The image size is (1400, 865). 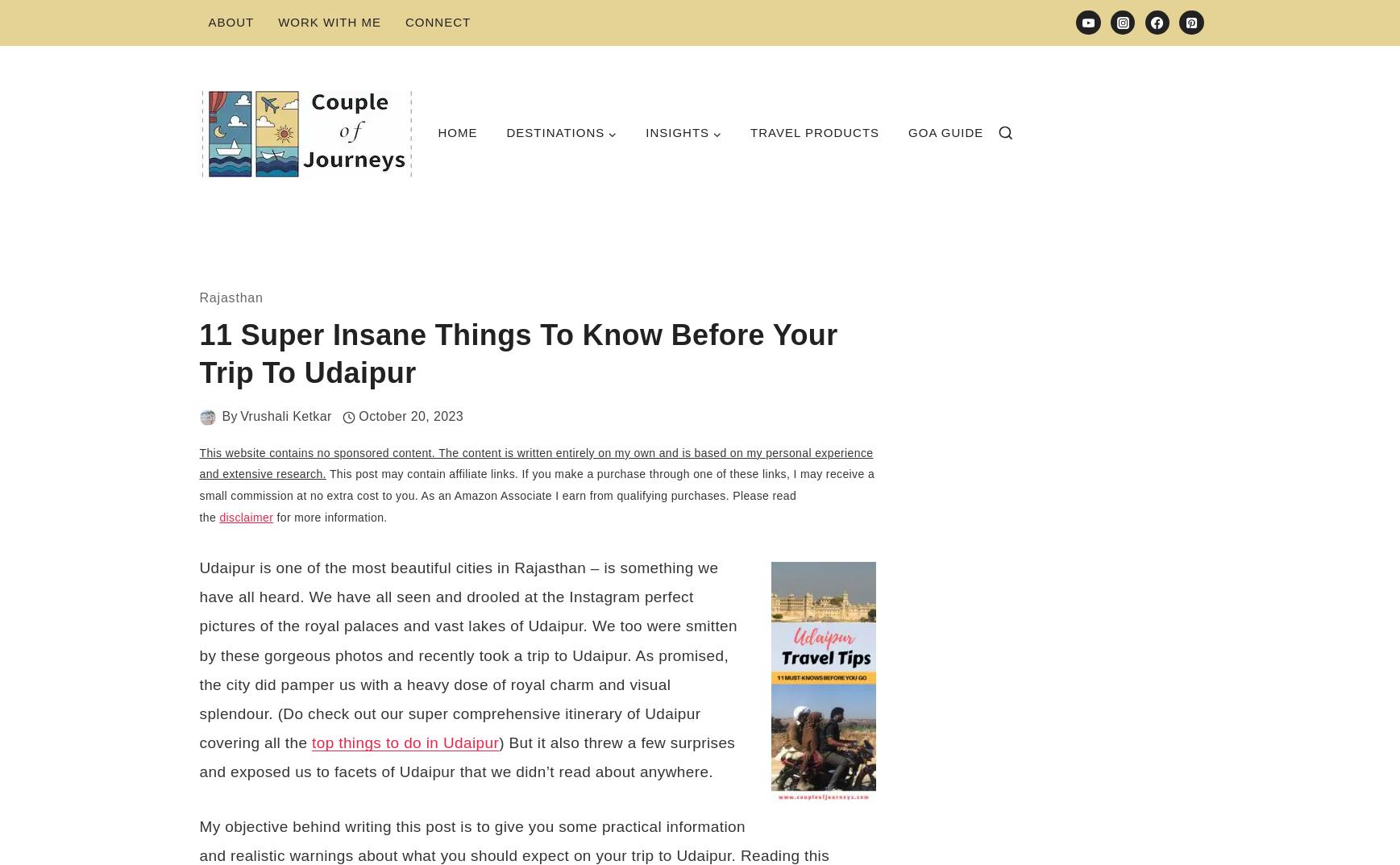 What do you see at coordinates (466, 756) in the screenshot?
I see `') But it also threw a few surprises and exposed us to facets of Udaipur that we didn’t read about anywhere.'` at bounding box center [466, 756].